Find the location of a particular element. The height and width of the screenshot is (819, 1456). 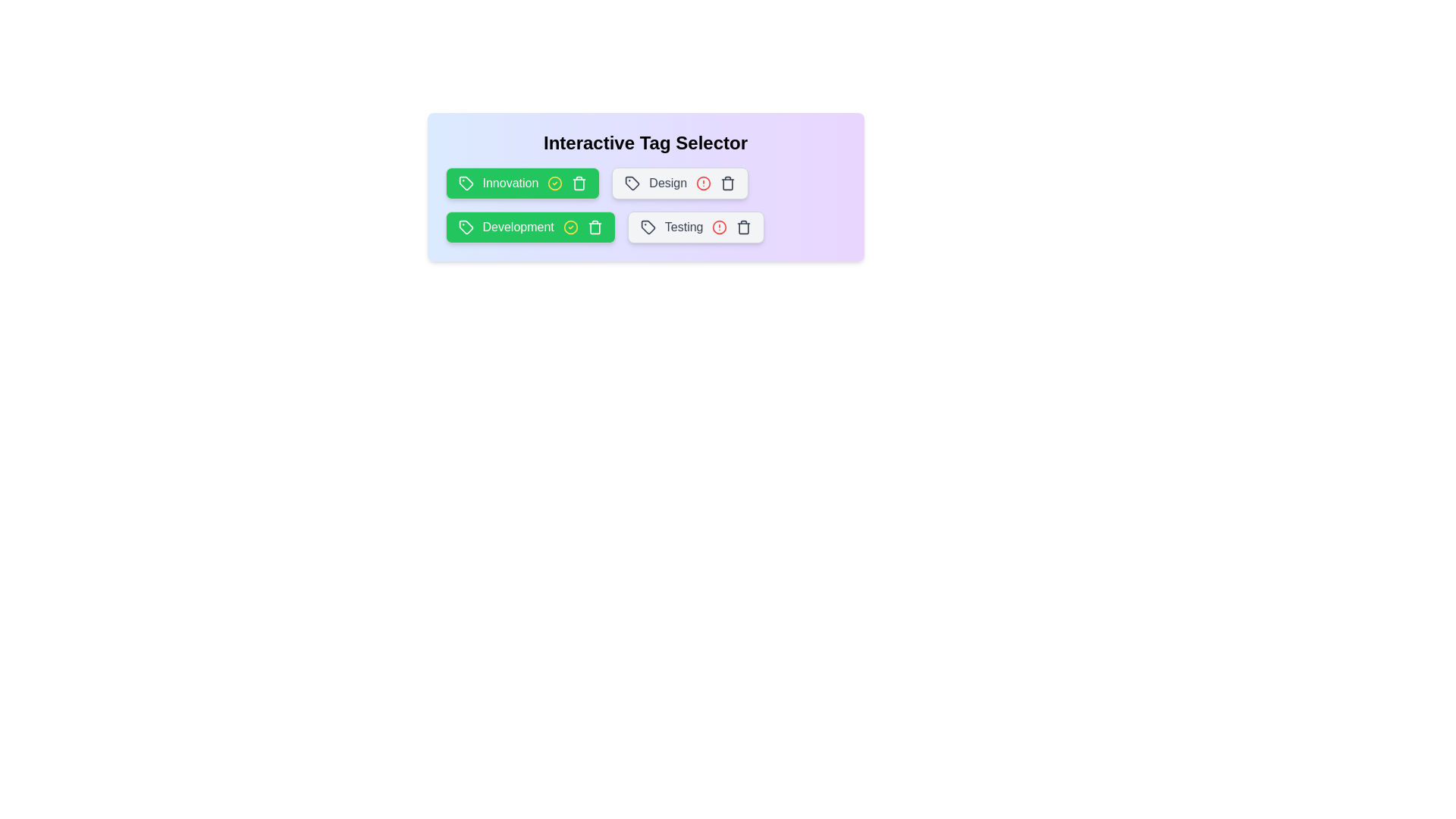

the delete button for the tag labeled Testing is located at coordinates (744, 227).